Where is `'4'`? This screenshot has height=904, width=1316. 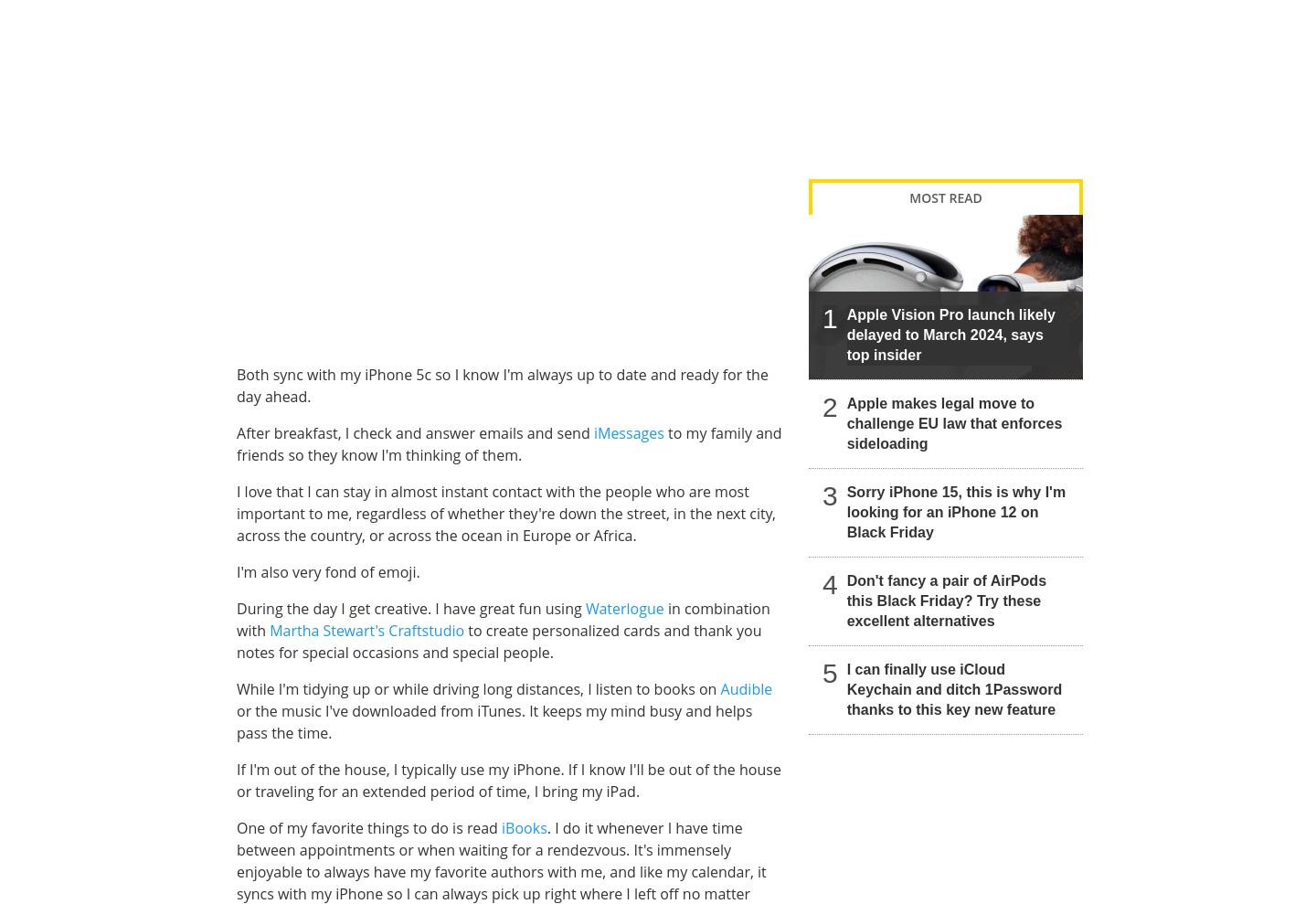
'4' is located at coordinates (830, 583).